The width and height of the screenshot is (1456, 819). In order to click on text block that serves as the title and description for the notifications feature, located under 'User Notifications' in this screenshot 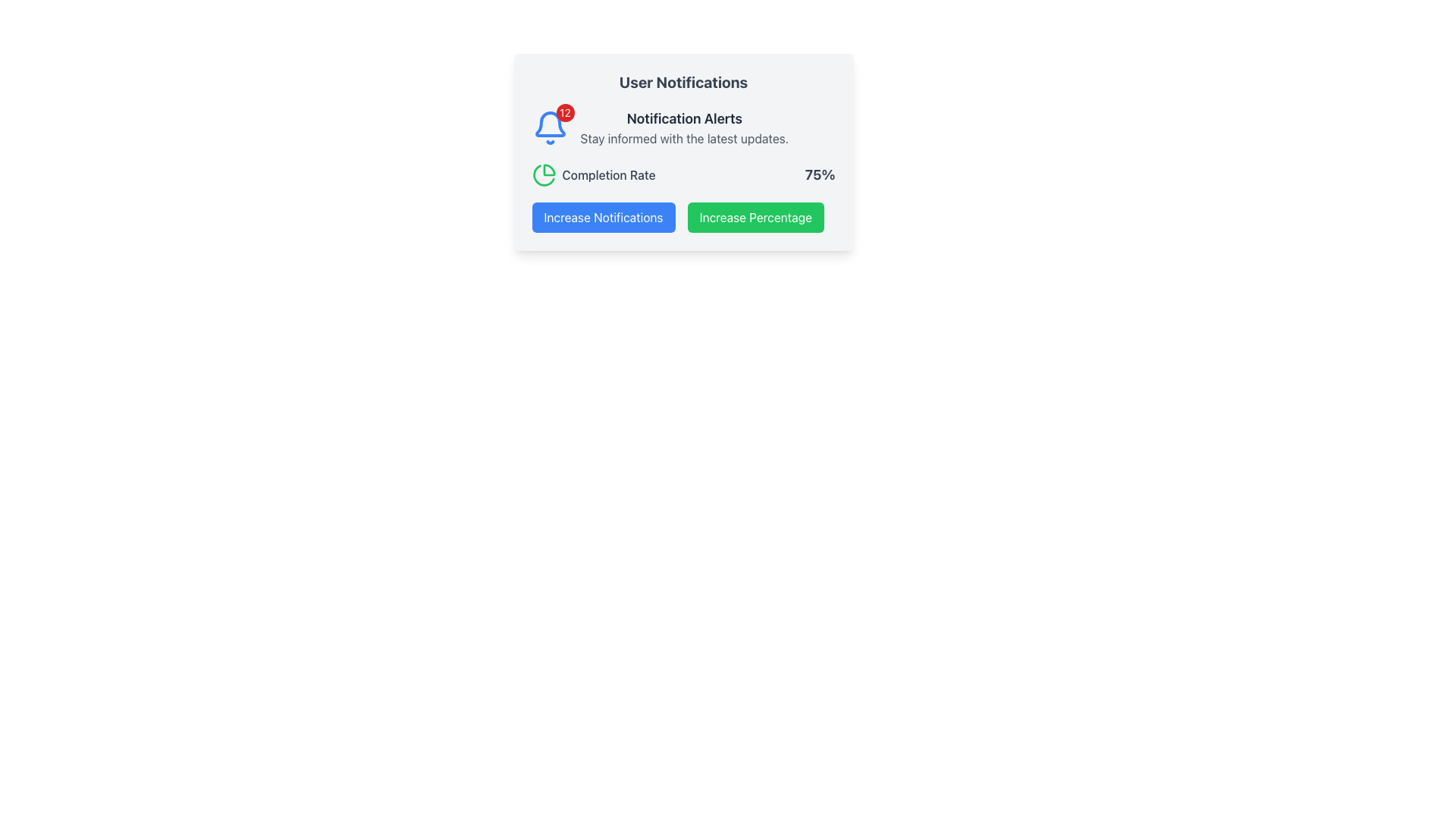, I will do `click(683, 127)`.